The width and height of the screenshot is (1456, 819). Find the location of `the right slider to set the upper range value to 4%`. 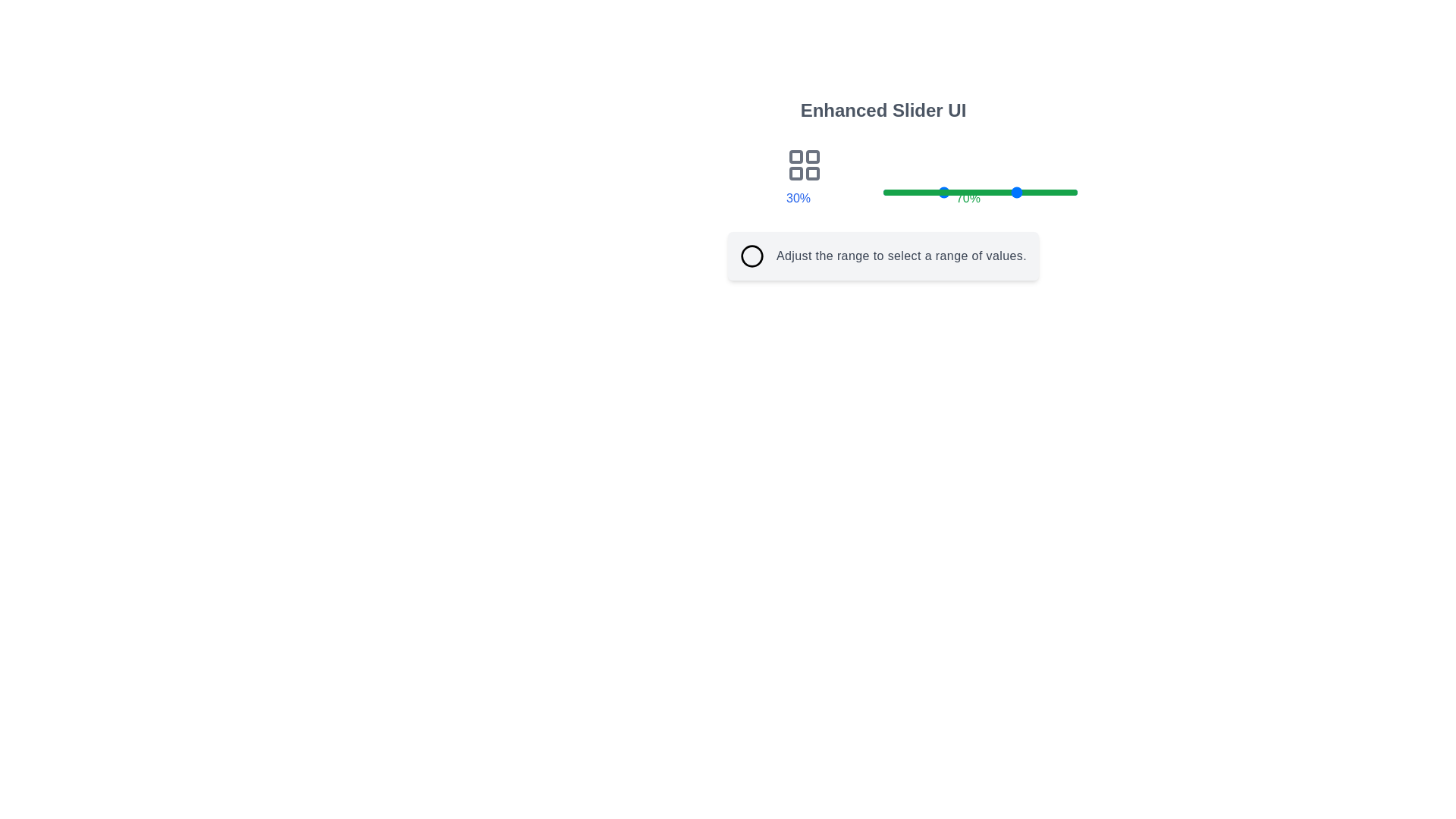

the right slider to set the upper range value to 4% is located at coordinates (891, 192).